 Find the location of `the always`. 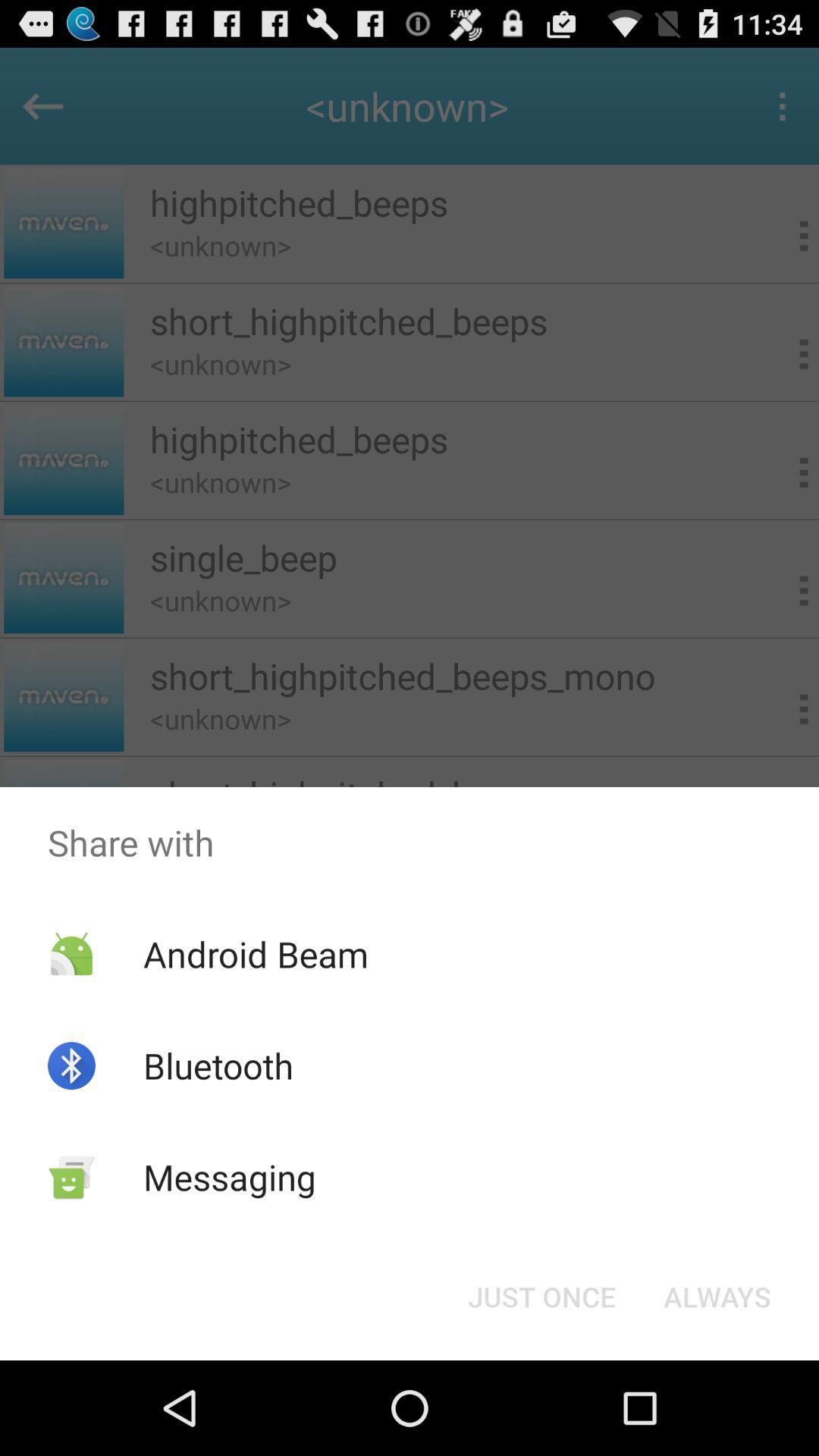

the always is located at coordinates (717, 1295).